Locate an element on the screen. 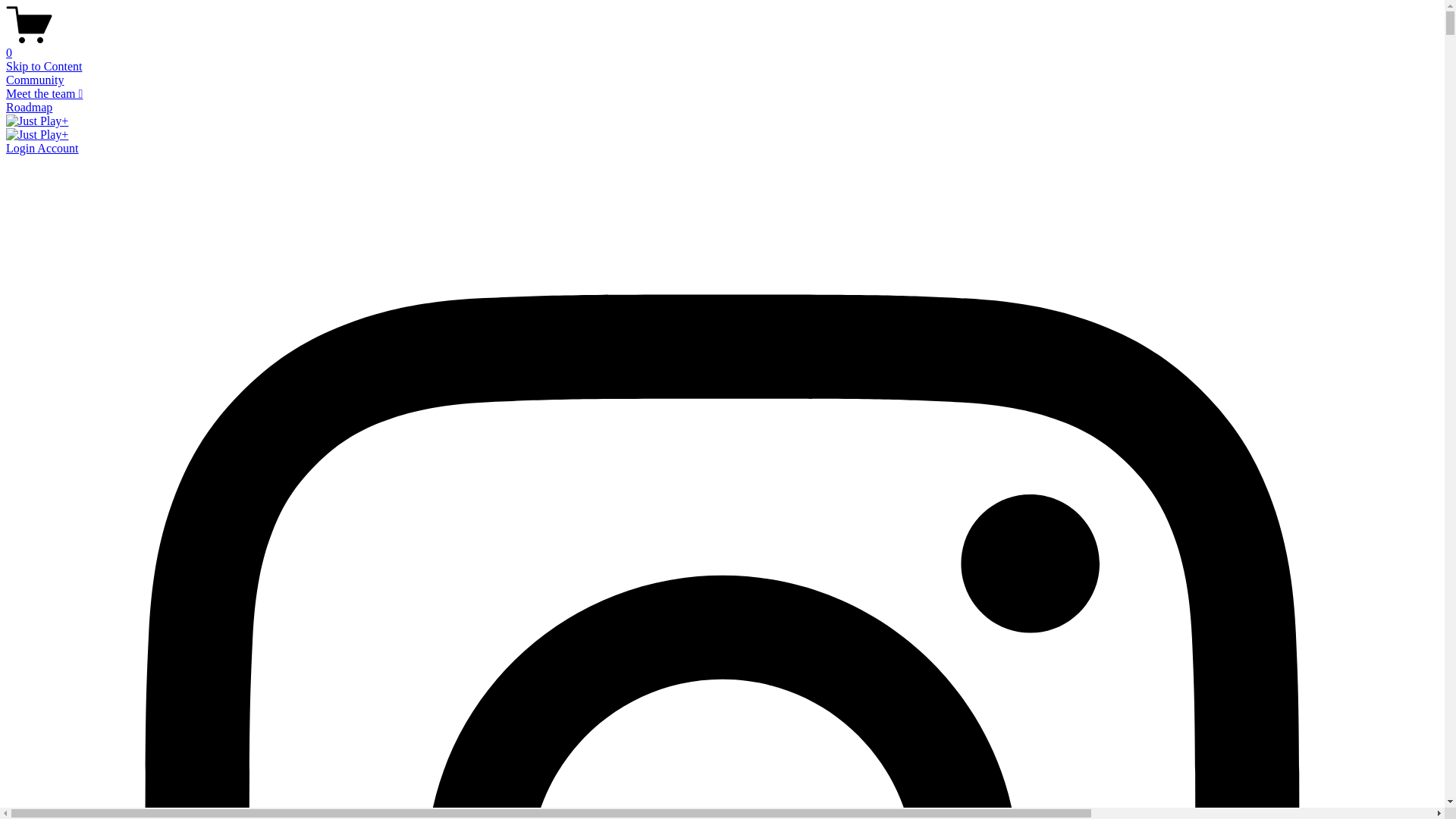 The width and height of the screenshot is (1456, 819). 'Community' is located at coordinates (35, 80).